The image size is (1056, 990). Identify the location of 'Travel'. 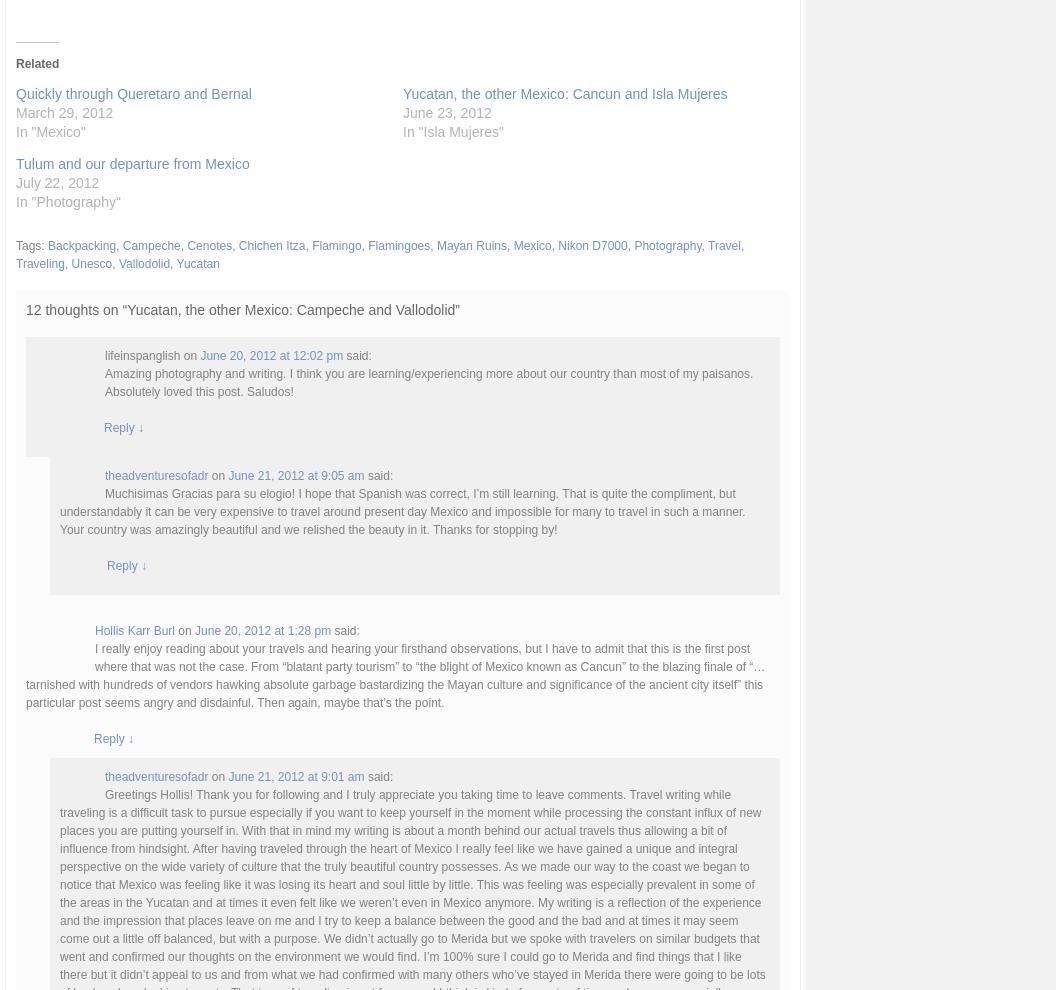
(723, 244).